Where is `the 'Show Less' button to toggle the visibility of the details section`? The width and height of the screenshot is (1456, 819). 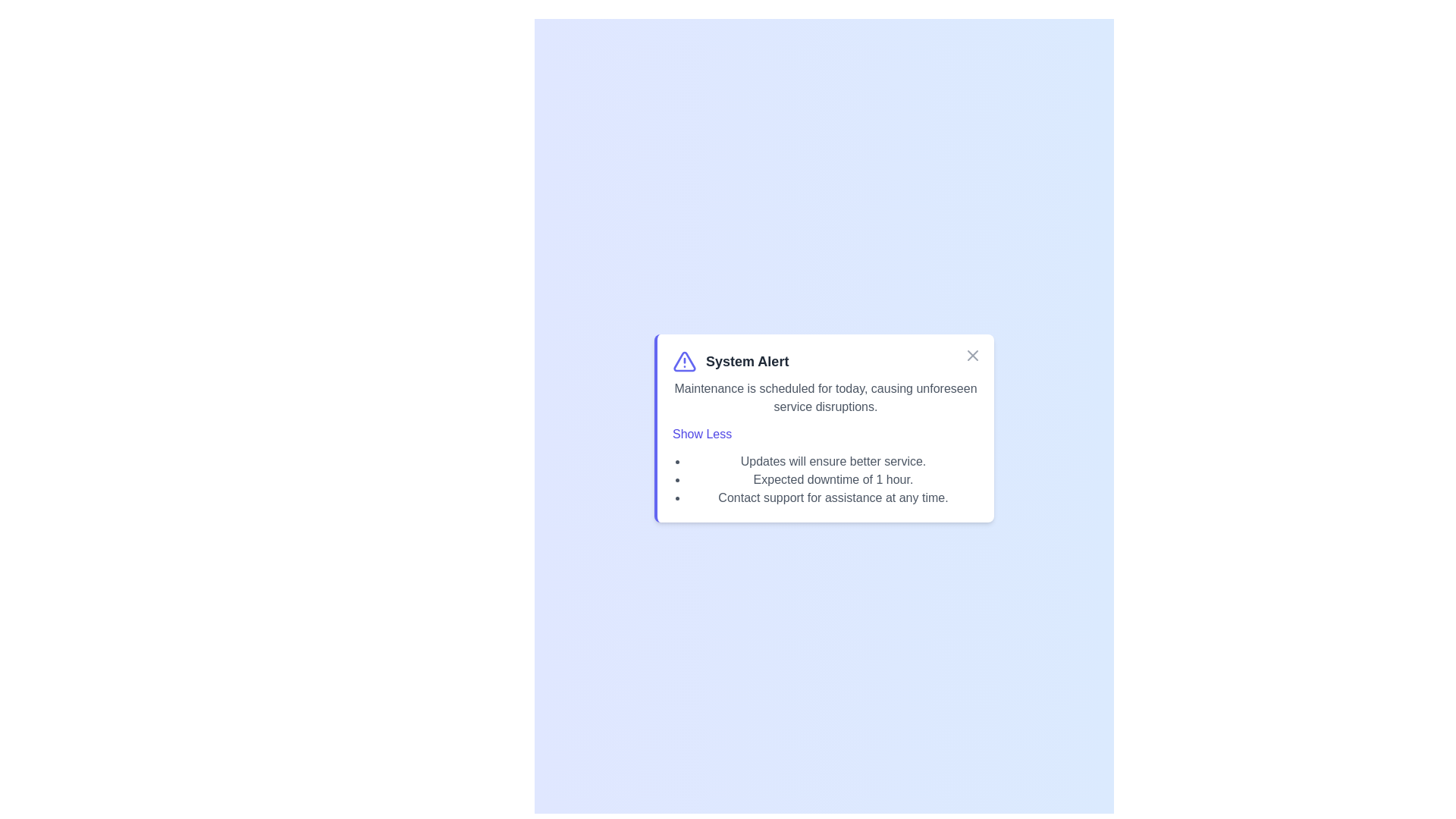 the 'Show Less' button to toggle the visibility of the details section is located at coordinates (701, 435).